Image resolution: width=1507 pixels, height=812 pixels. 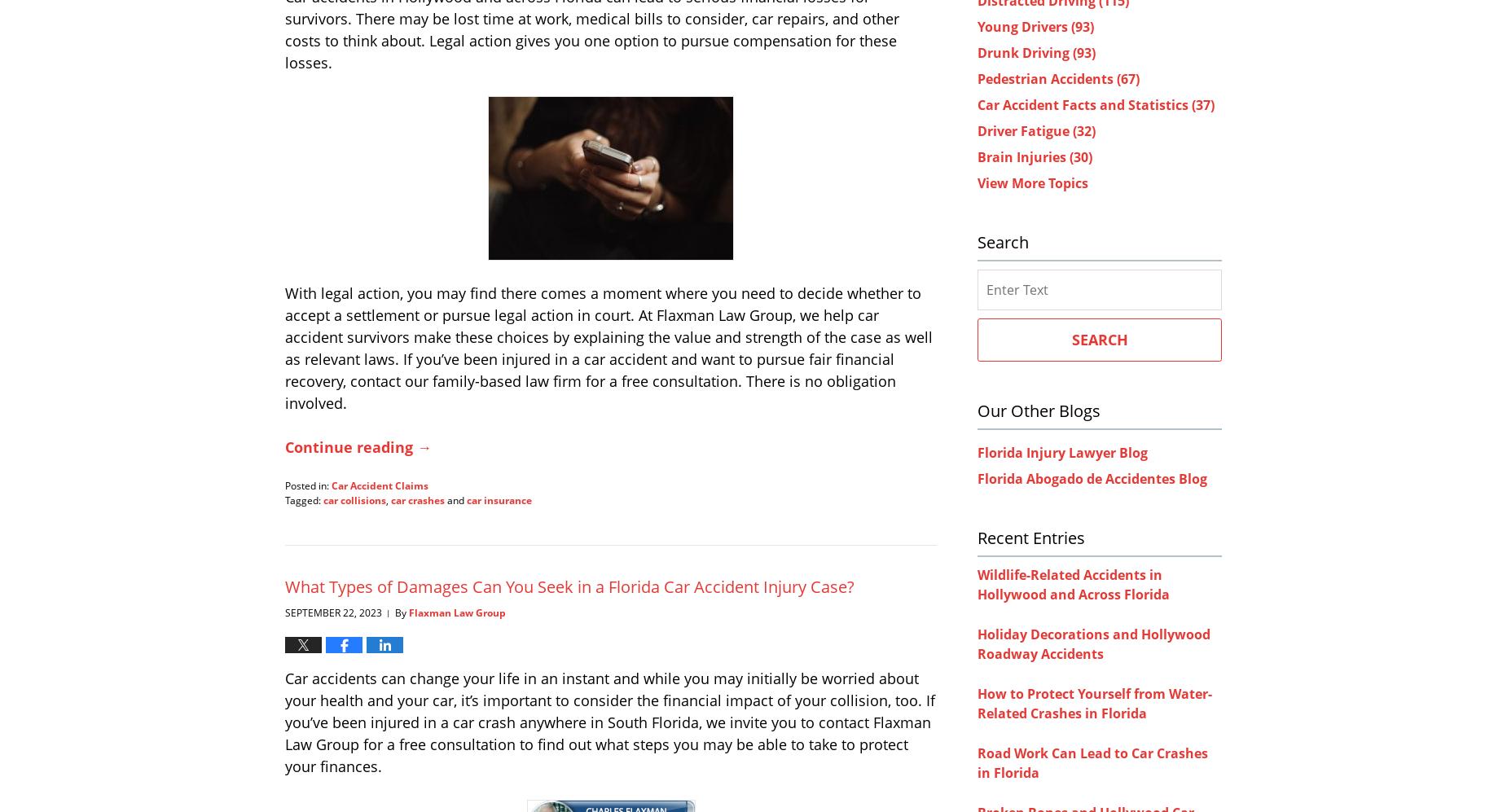 What do you see at coordinates (466, 498) in the screenshot?
I see `'car insurance'` at bounding box center [466, 498].